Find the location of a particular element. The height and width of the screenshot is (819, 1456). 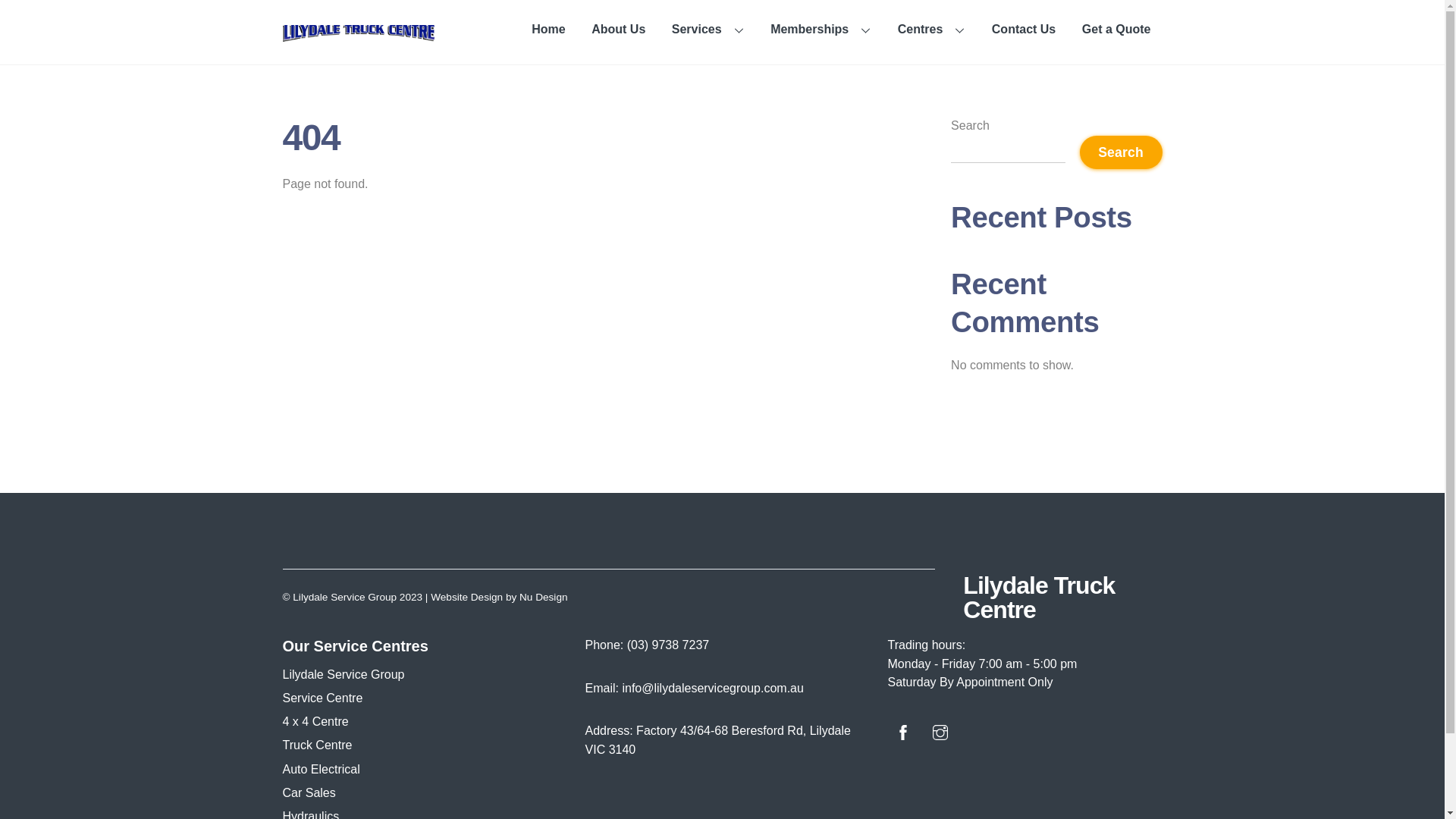

'Service Centre' is located at coordinates (322, 698).